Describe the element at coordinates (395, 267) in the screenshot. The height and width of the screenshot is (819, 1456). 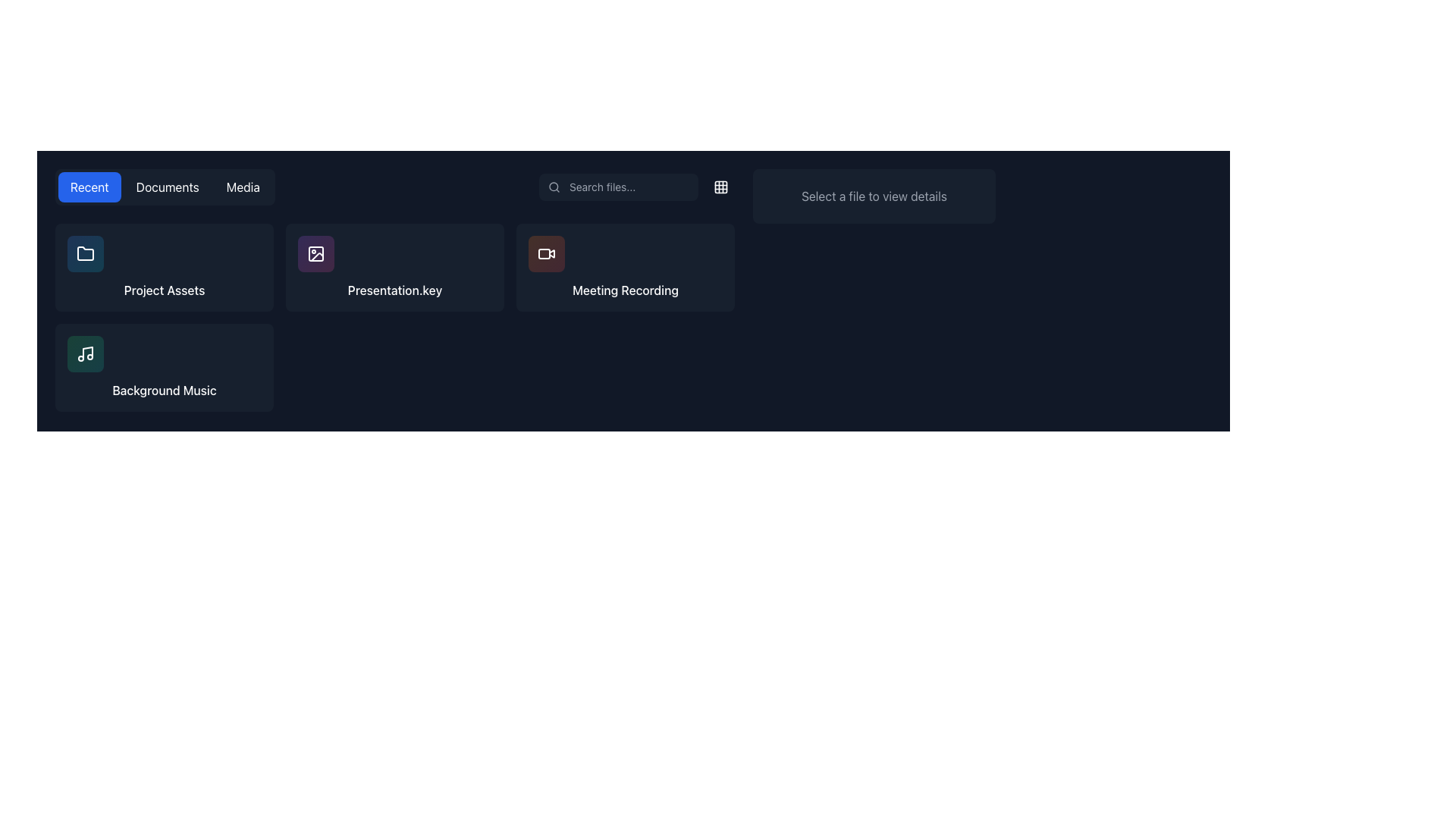
I see `the second interactive card labeled 'Presentation.key' in the file management interface` at that location.